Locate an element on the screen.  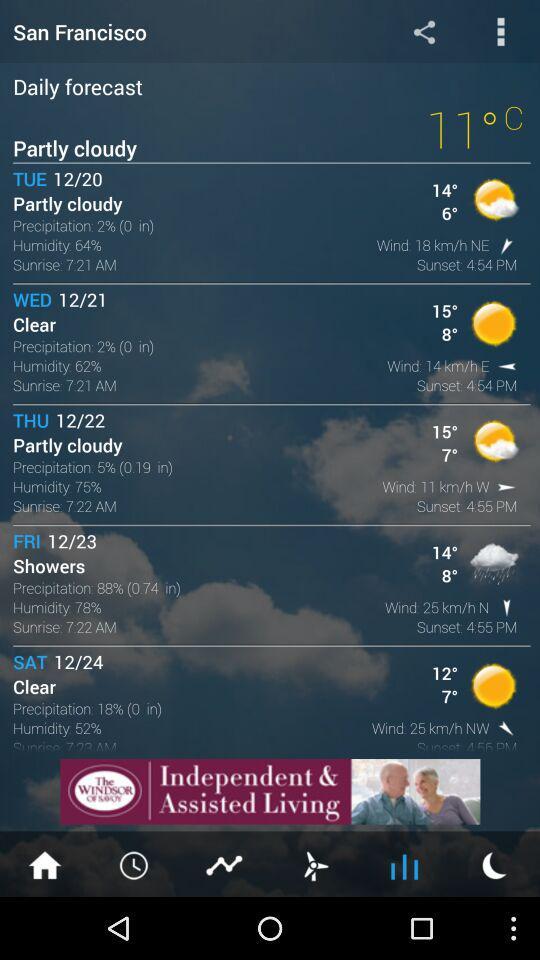
home page app is located at coordinates (44, 863).